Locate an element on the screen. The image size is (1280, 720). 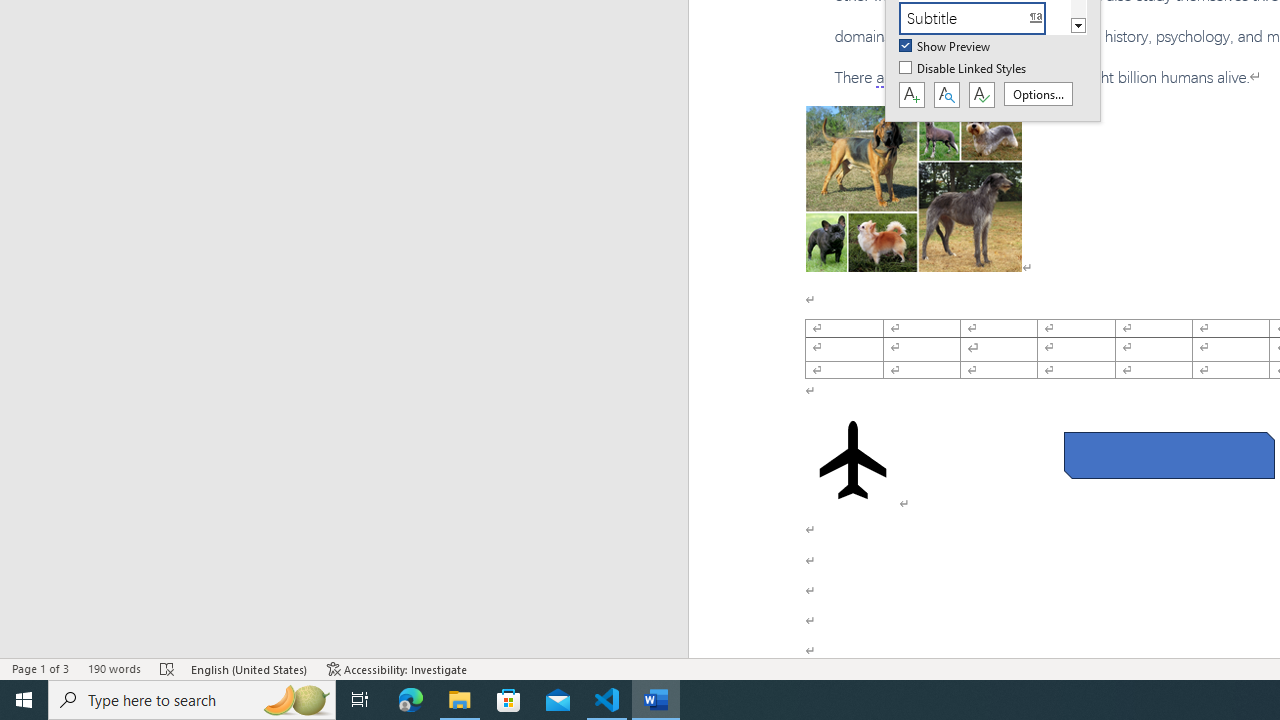
'Morphological variation in six dogs' is located at coordinates (912, 189).